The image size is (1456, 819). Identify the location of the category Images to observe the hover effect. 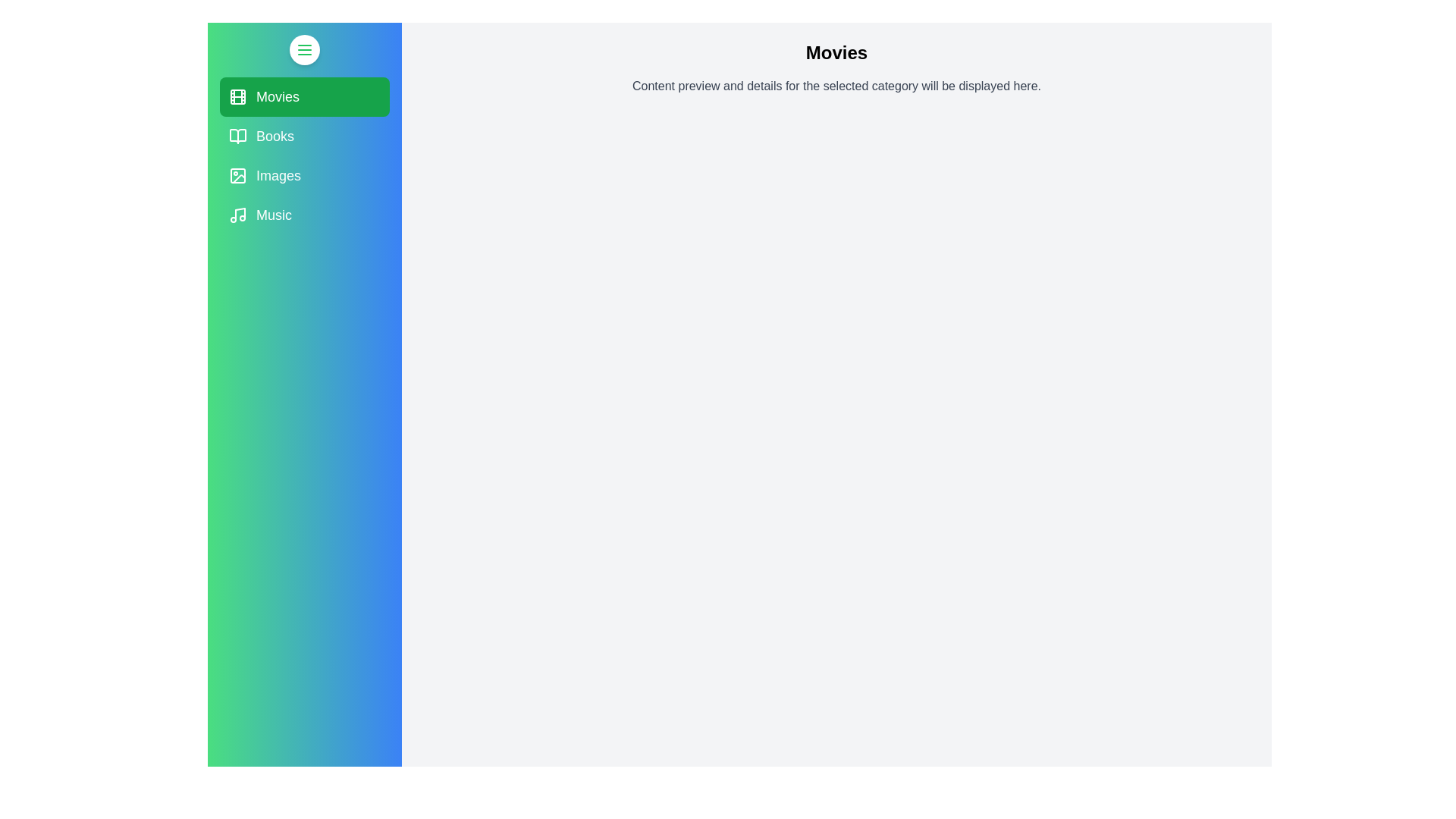
(304, 174).